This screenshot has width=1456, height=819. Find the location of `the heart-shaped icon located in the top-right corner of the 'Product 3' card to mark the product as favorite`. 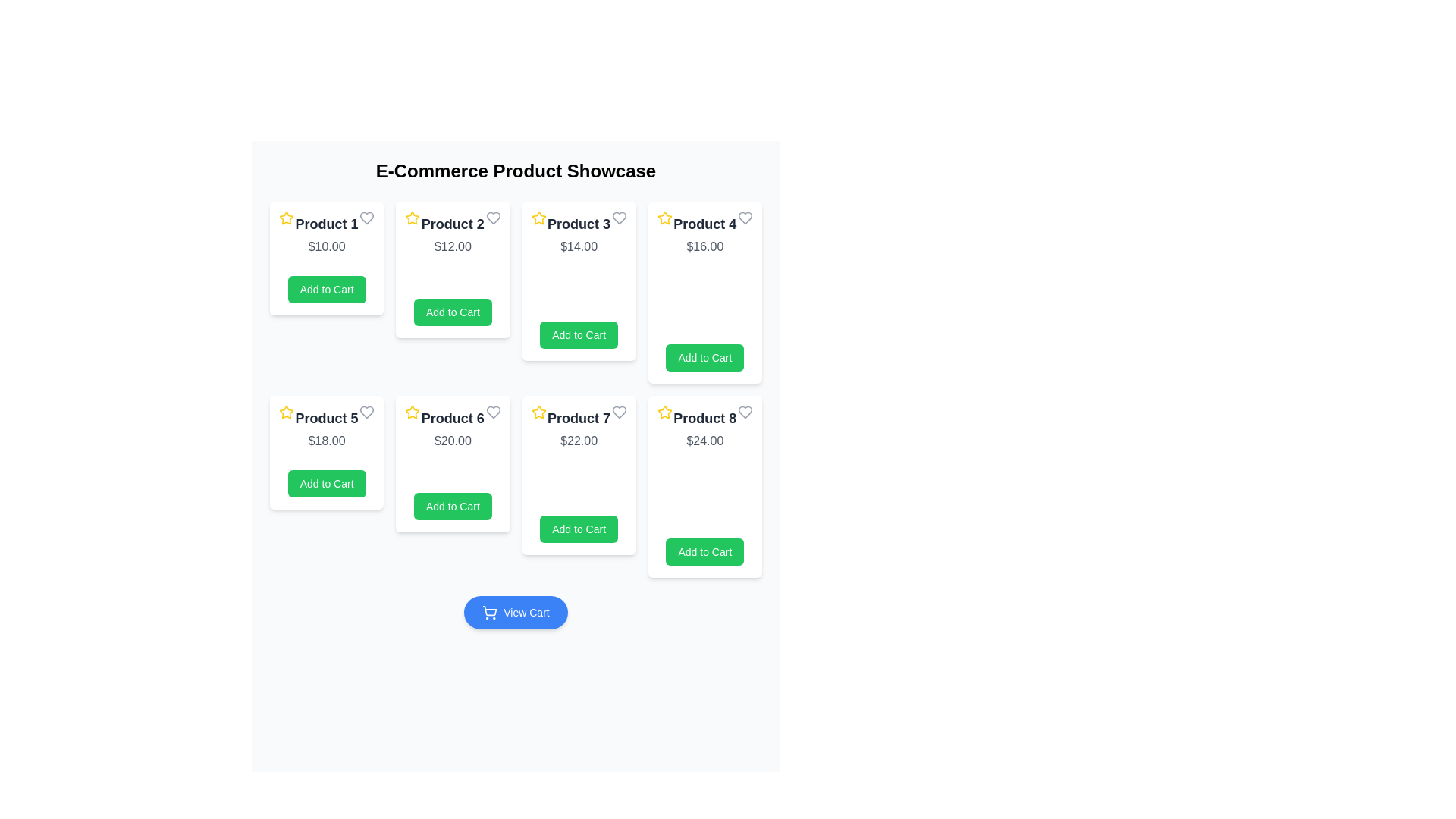

the heart-shaped icon located in the top-right corner of the 'Product 3' card to mark the product as favorite is located at coordinates (619, 218).